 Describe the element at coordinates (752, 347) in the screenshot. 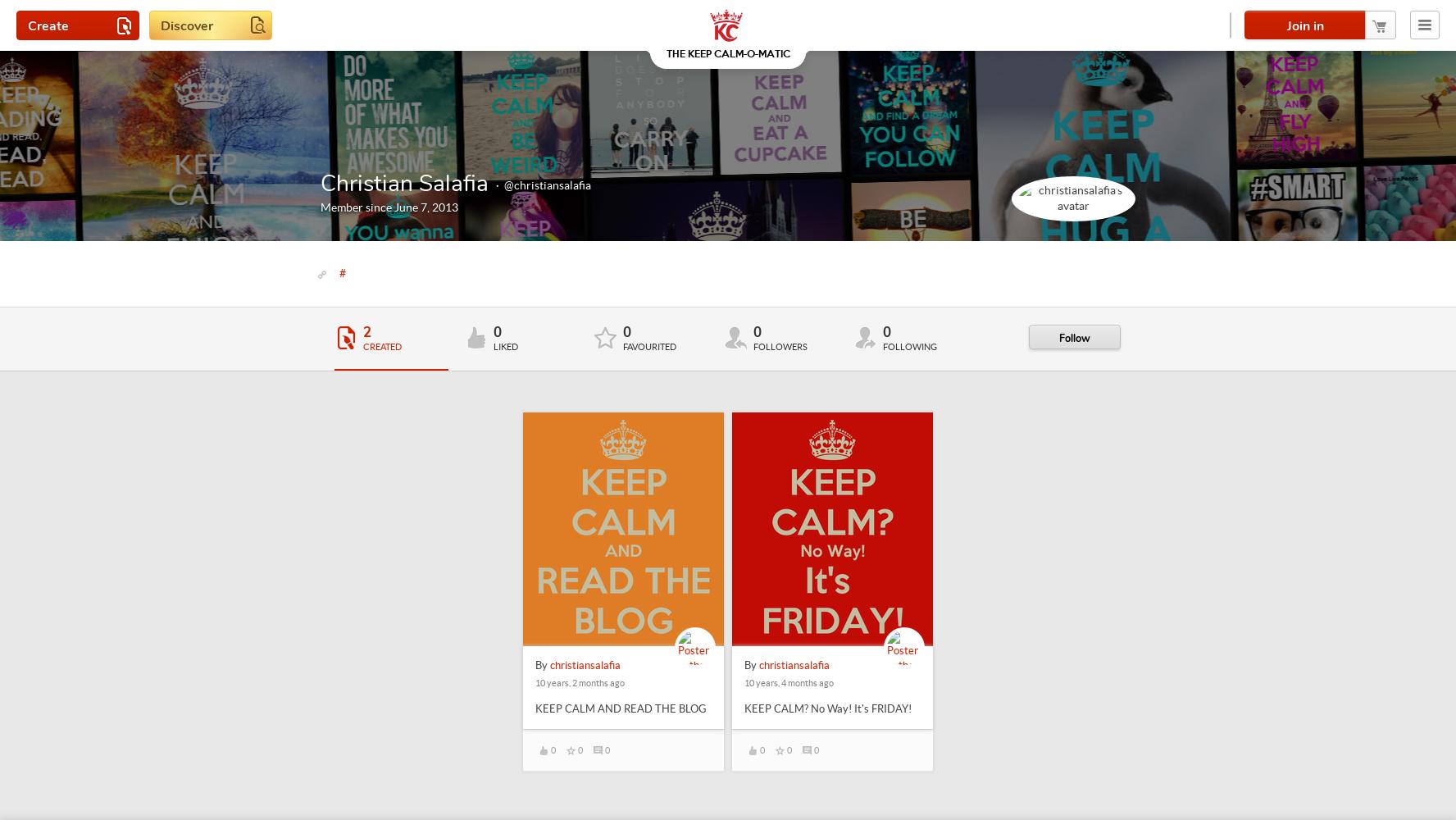

I see `'Followers'` at that location.